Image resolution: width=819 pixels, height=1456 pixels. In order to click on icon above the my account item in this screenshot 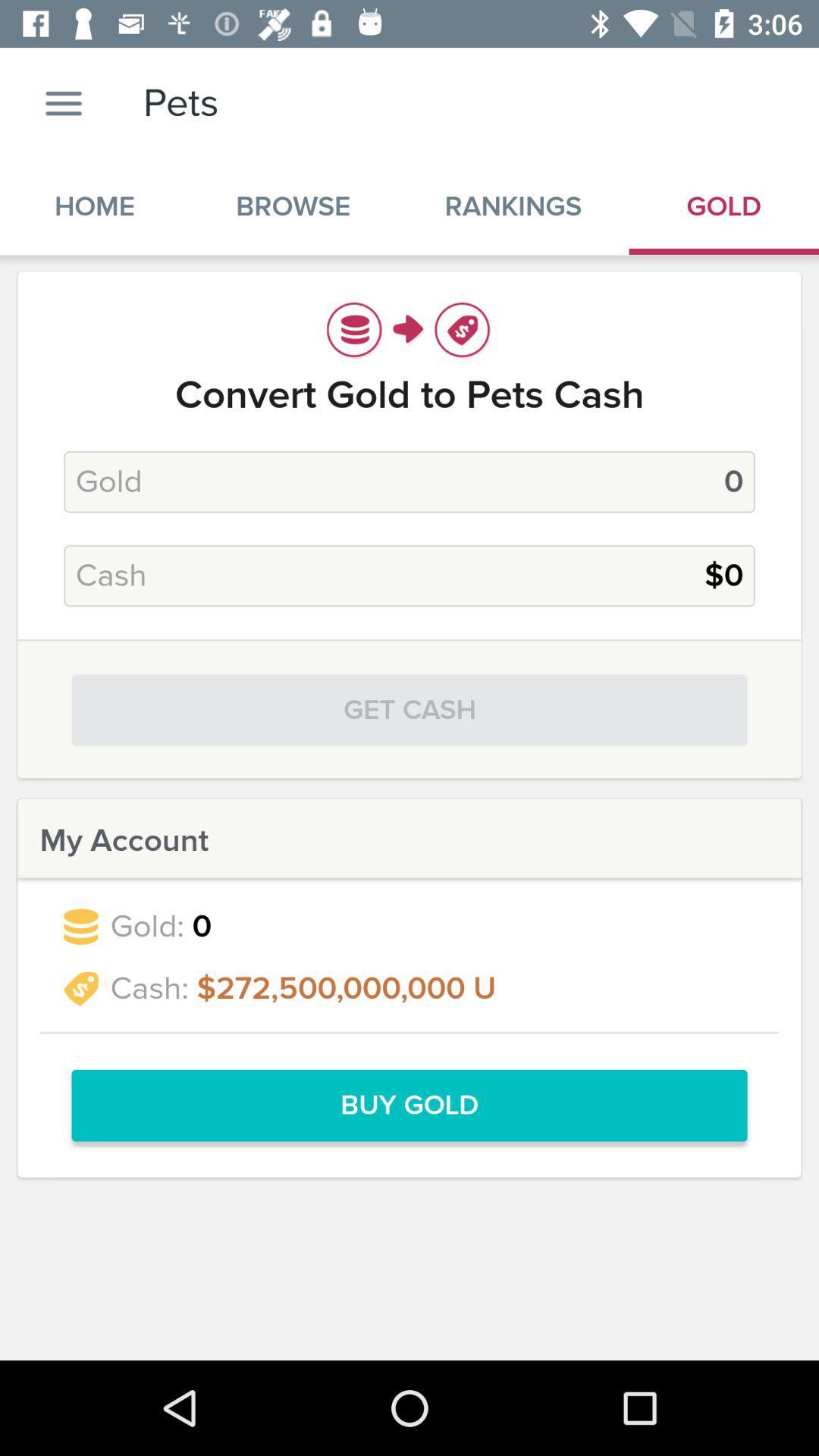, I will do `click(409, 709)`.